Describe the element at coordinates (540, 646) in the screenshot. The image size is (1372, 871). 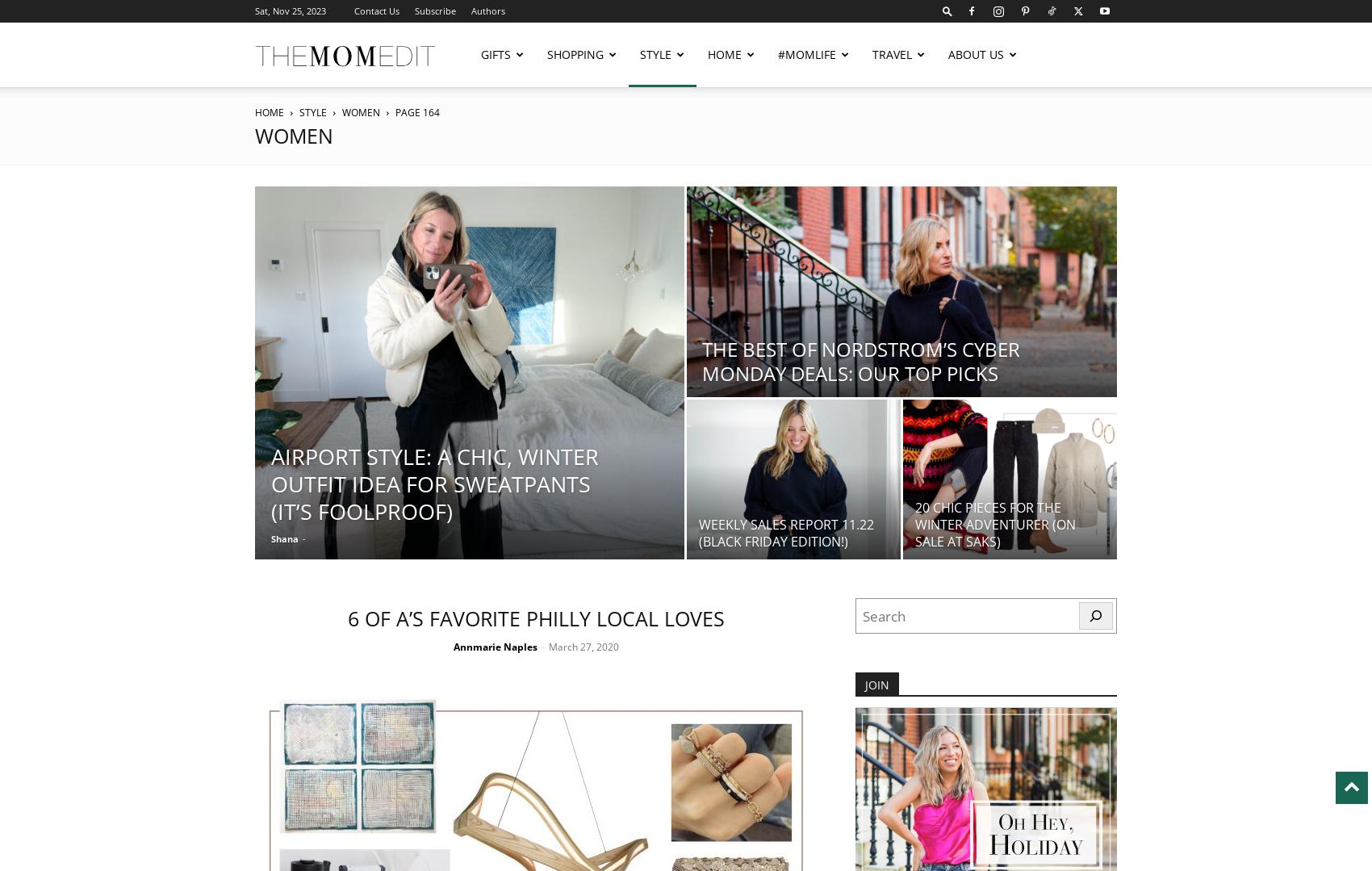
I see `'-'` at that location.